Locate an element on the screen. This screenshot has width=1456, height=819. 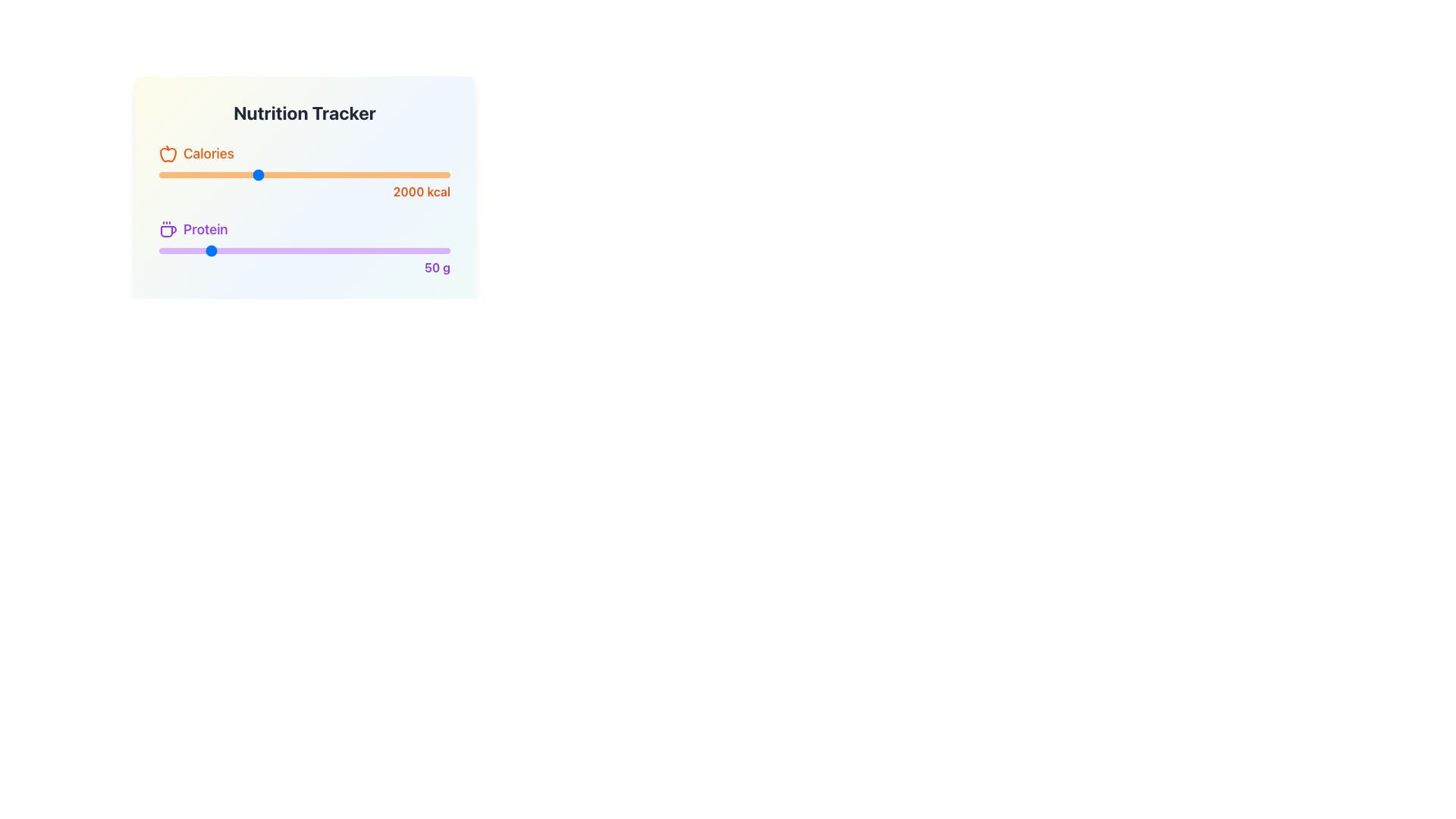
protein quantity is located at coordinates (291, 250).